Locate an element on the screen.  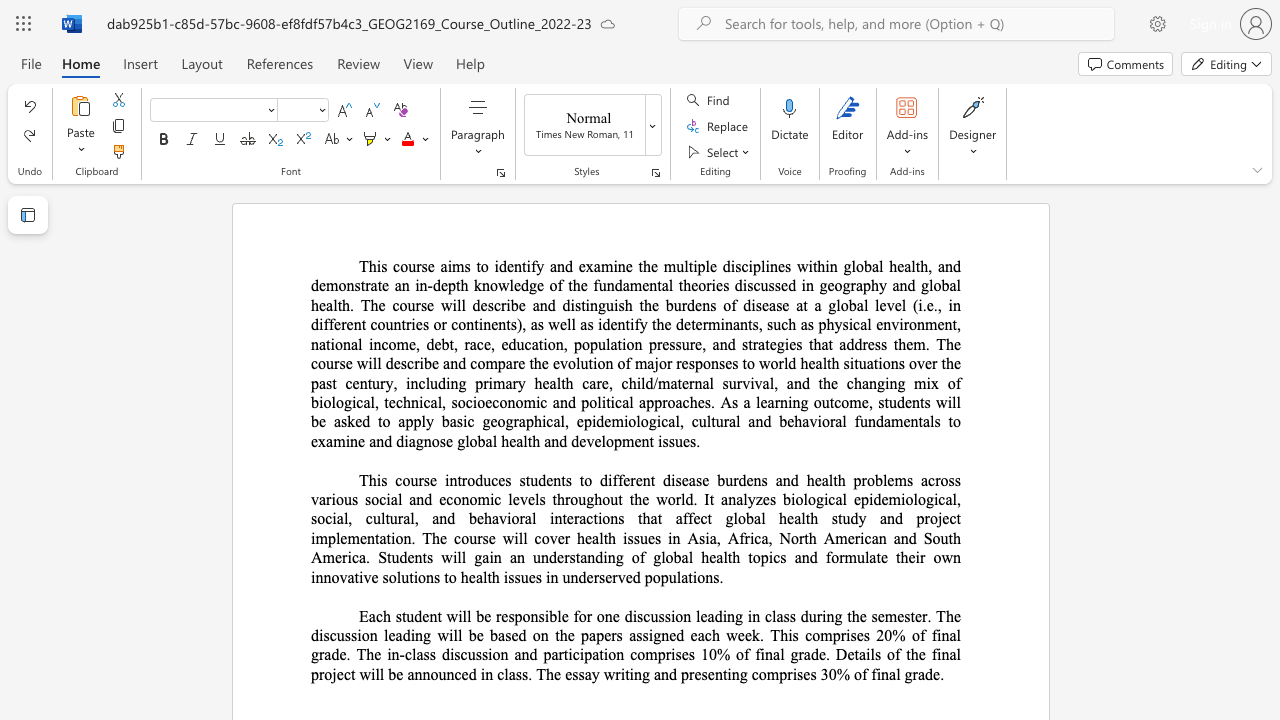
the subset text "be asked to apply basic" within the text "outcome, students will be asked to apply basic" is located at coordinates (310, 420).